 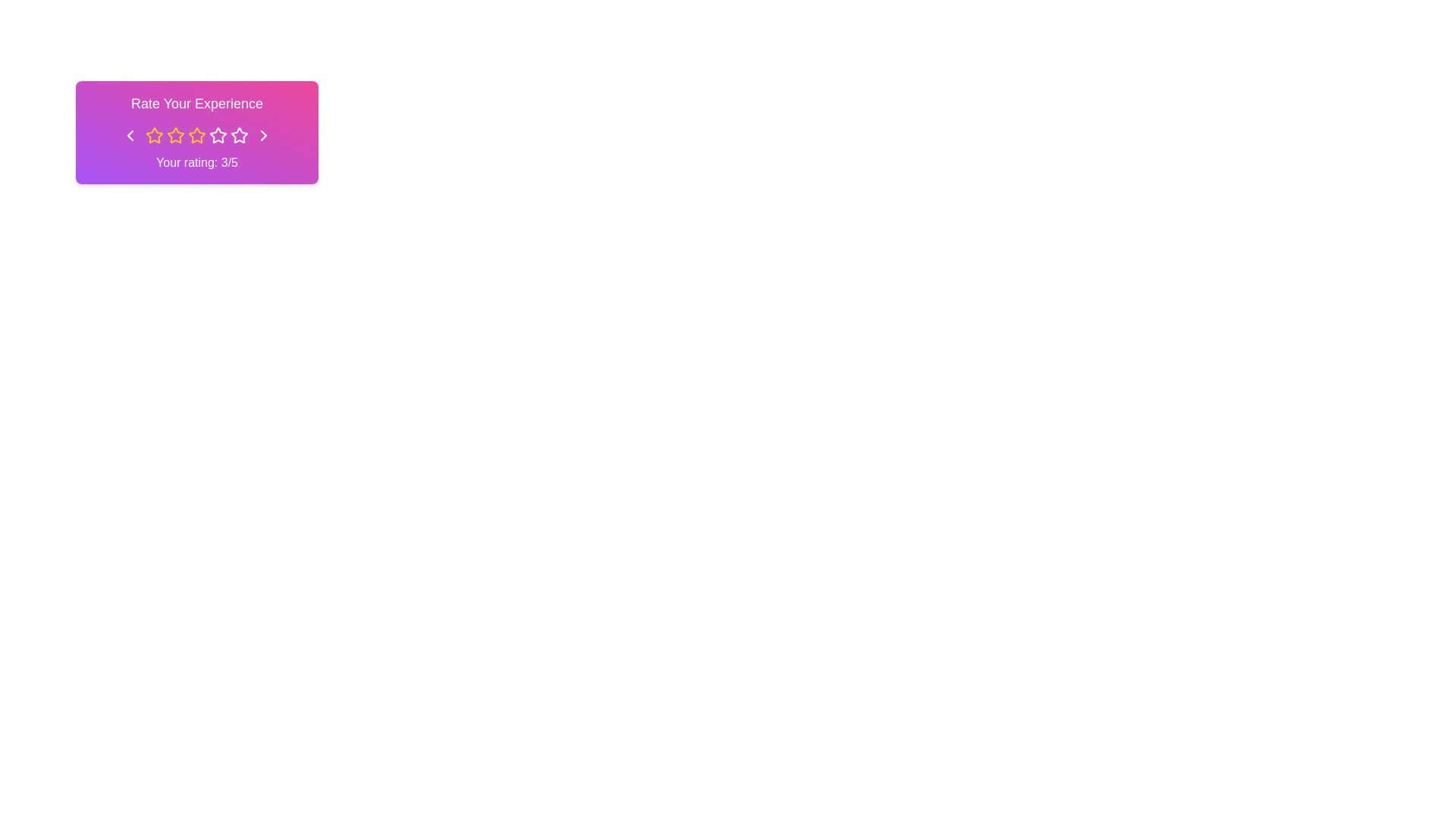 I want to click on the third star in the 5-star rating system, so click(x=196, y=134).